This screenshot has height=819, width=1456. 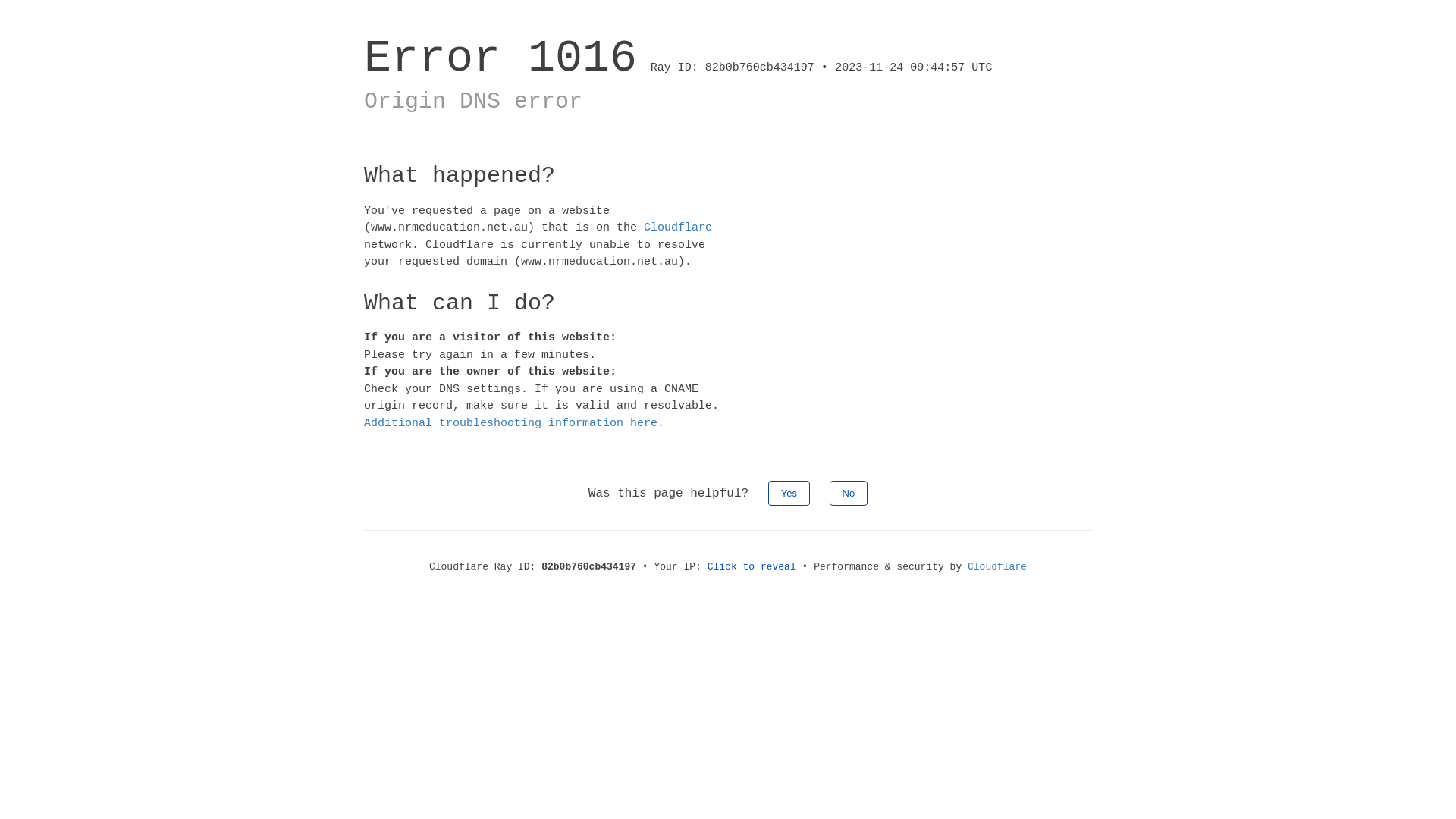 I want to click on 'No', so click(x=848, y=493).